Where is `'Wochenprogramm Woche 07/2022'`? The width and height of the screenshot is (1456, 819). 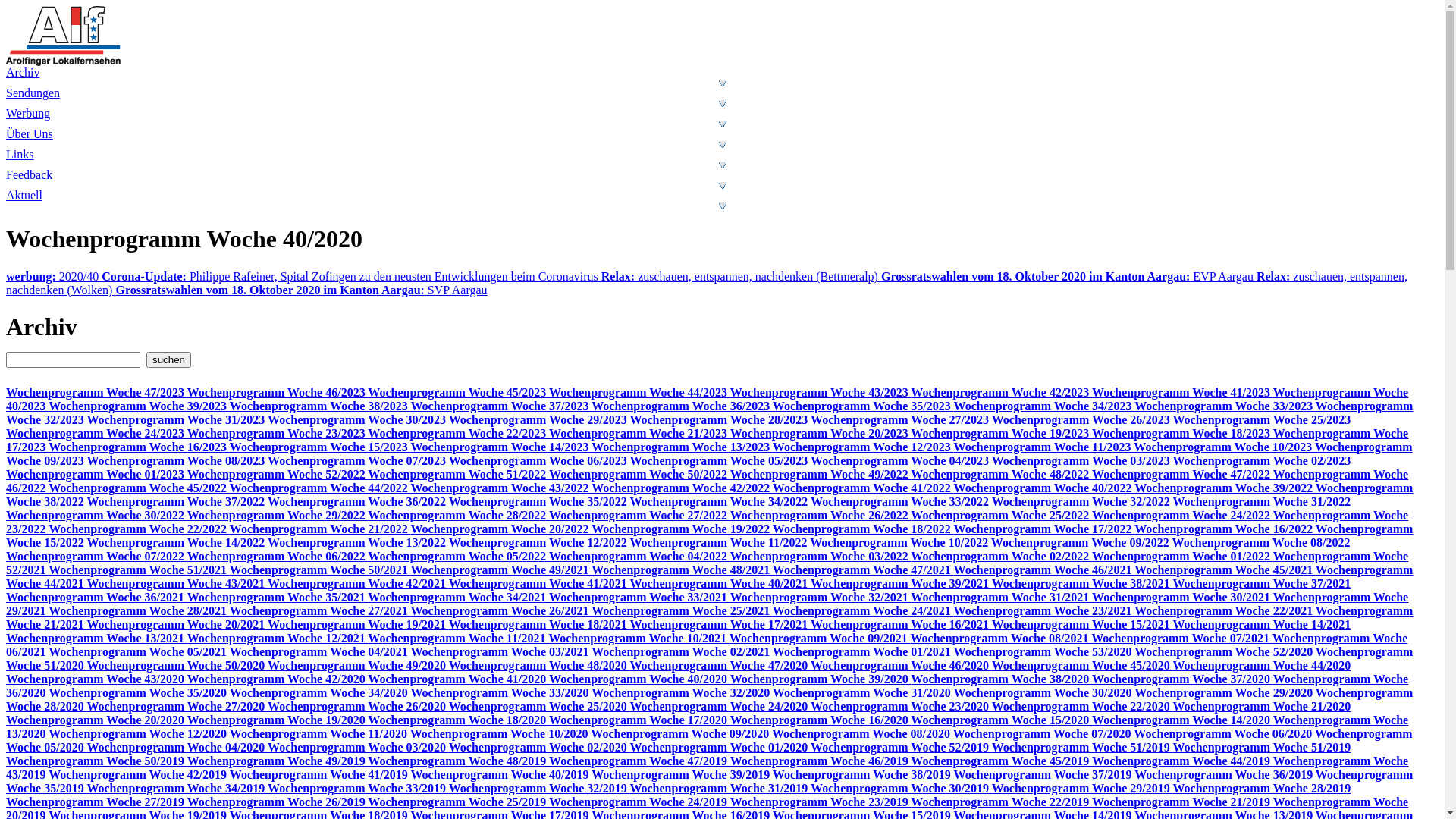 'Wochenprogramm Woche 07/2022' is located at coordinates (96, 556).